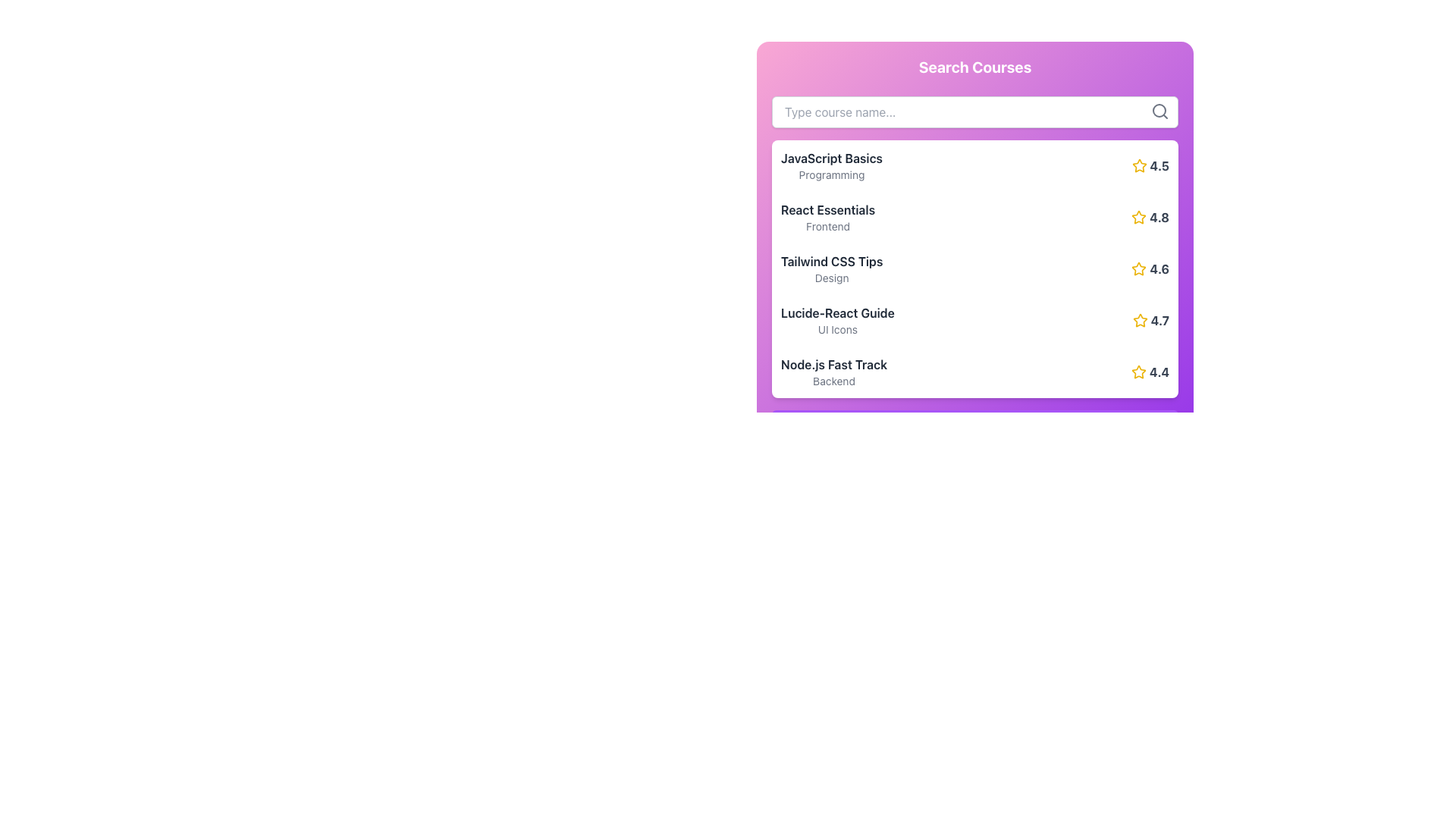 The height and width of the screenshot is (819, 1456). What do you see at coordinates (1138, 372) in the screenshot?
I see `the last star icon in the vertical list to interact with the course rating functionality` at bounding box center [1138, 372].